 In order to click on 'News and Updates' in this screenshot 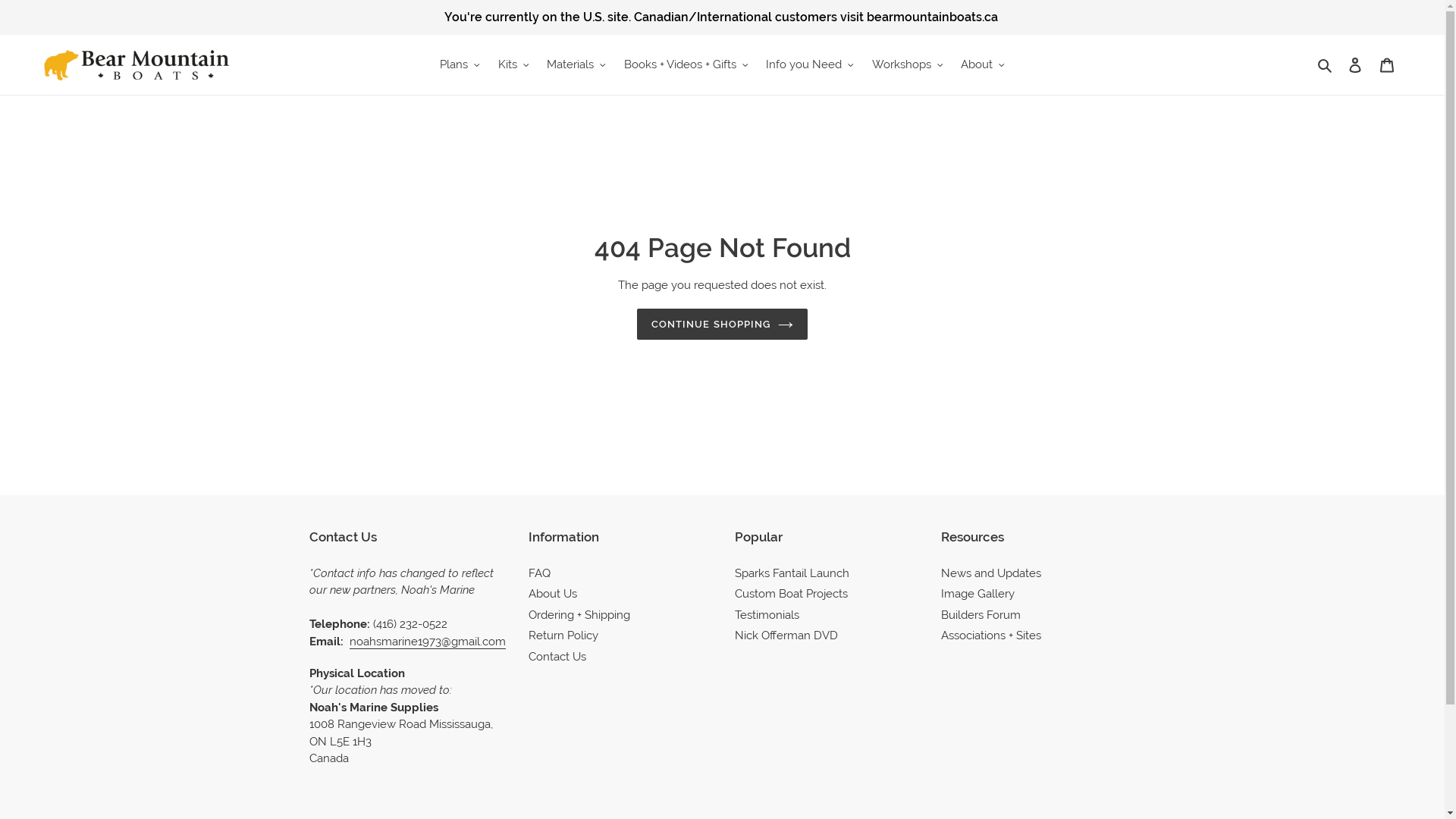, I will do `click(990, 573)`.